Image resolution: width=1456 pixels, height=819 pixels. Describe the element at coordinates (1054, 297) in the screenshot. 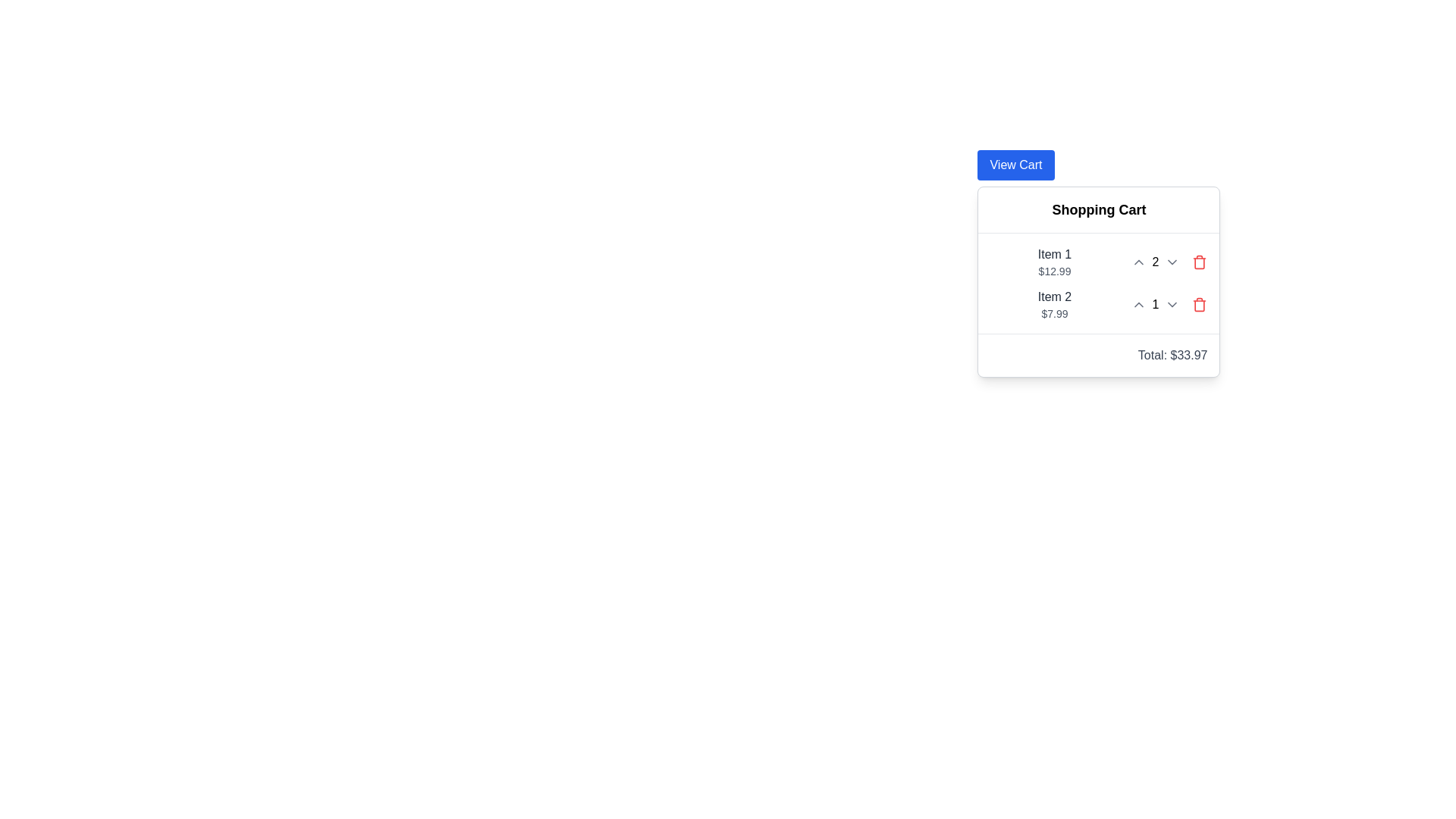

I see `the text label identifying the second item in the shopping cart, which is positioned above the price display ('$7.99') and below 'Item 1'` at that location.